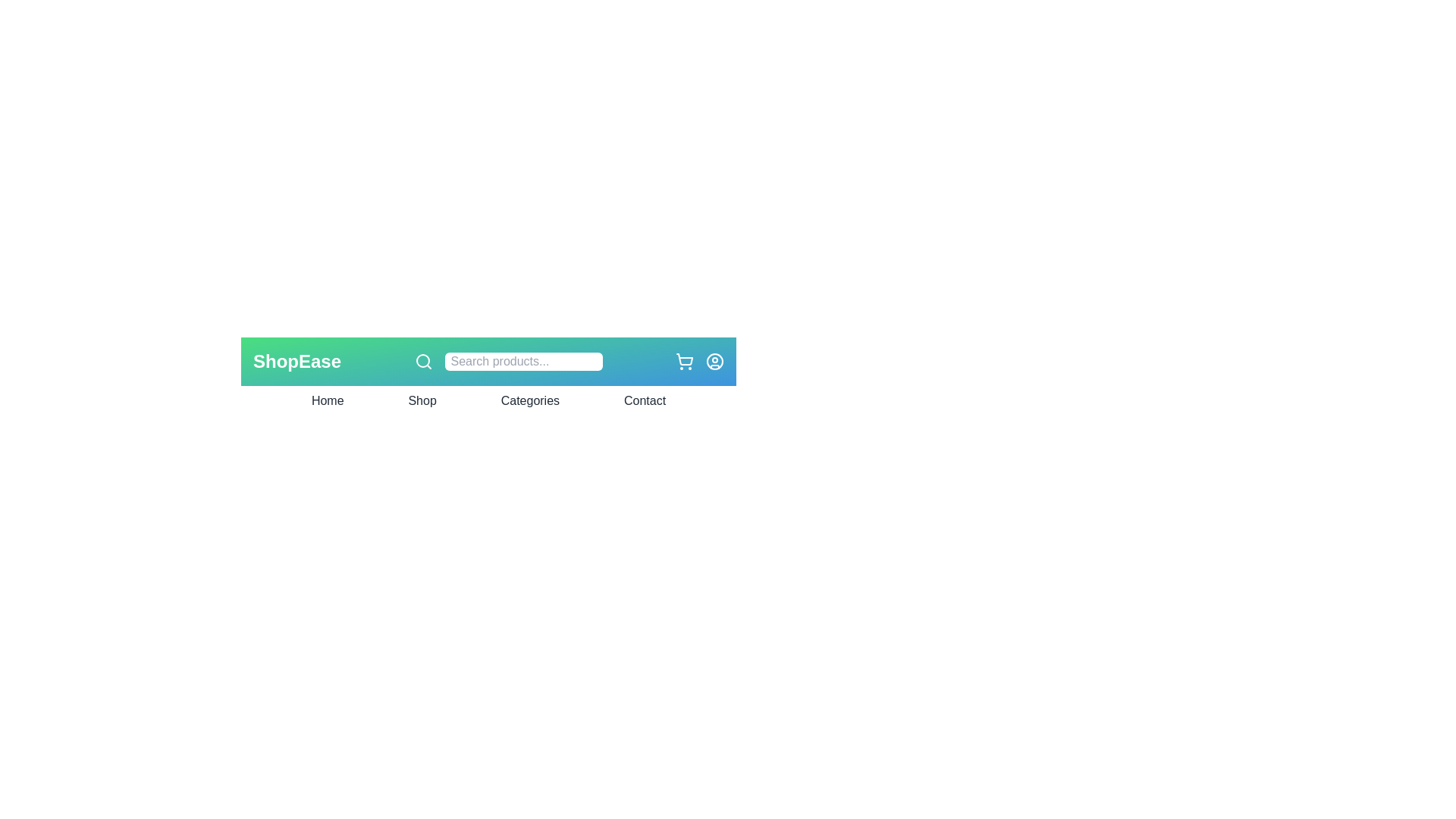 This screenshot has width=1456, height=819. I want to click on the navigation link labeled Categories, so click(530, 400).